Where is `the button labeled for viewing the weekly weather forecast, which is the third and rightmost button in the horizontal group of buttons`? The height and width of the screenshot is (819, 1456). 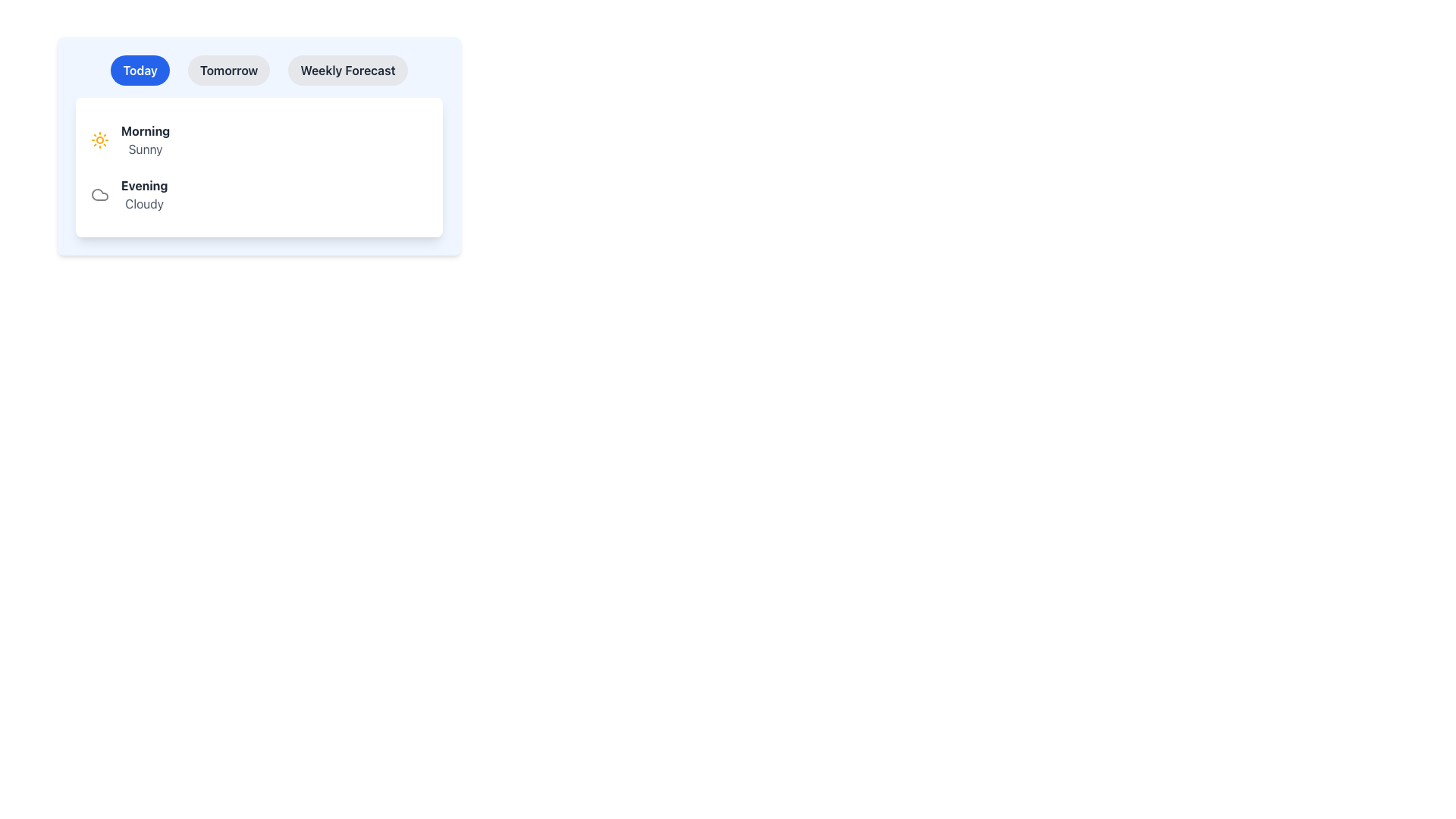
the button labeled for viewing the weekly weather forecast, which is the third and rightmost button in the horizontal group of buttons is located at coordinates (347, 70).